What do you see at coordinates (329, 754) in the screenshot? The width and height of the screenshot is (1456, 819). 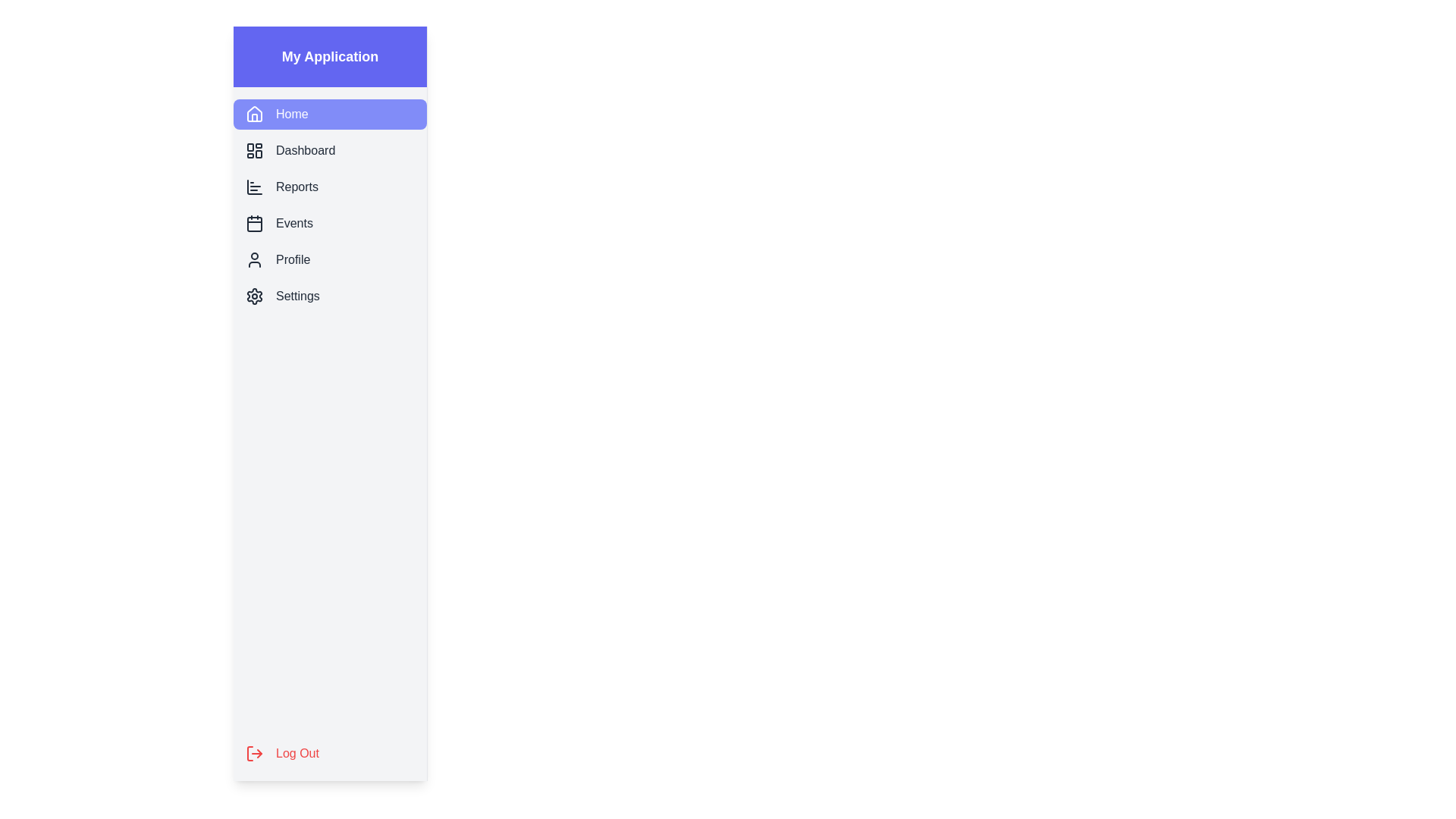 I see `the logout button located at the bottom of the vertical sidebar menu` at bounding box center [329, 754].